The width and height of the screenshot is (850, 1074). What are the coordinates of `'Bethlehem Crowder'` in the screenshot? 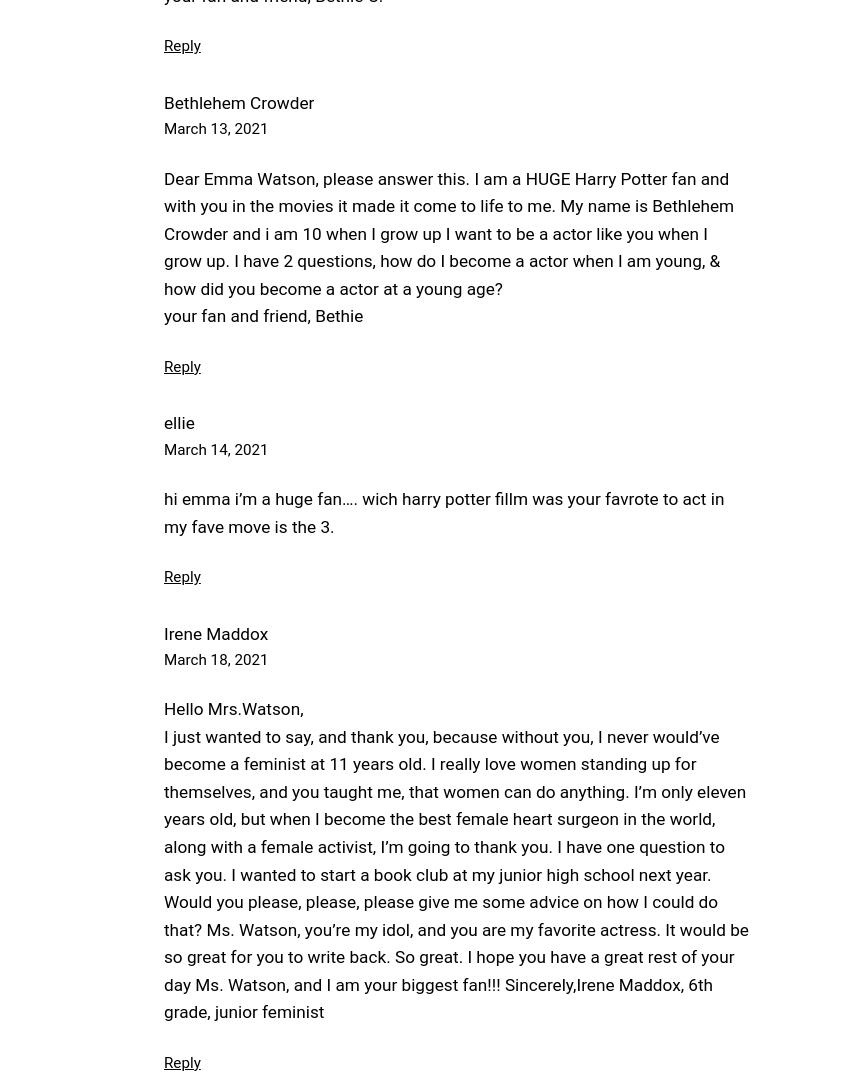 It's located at (239, 102).